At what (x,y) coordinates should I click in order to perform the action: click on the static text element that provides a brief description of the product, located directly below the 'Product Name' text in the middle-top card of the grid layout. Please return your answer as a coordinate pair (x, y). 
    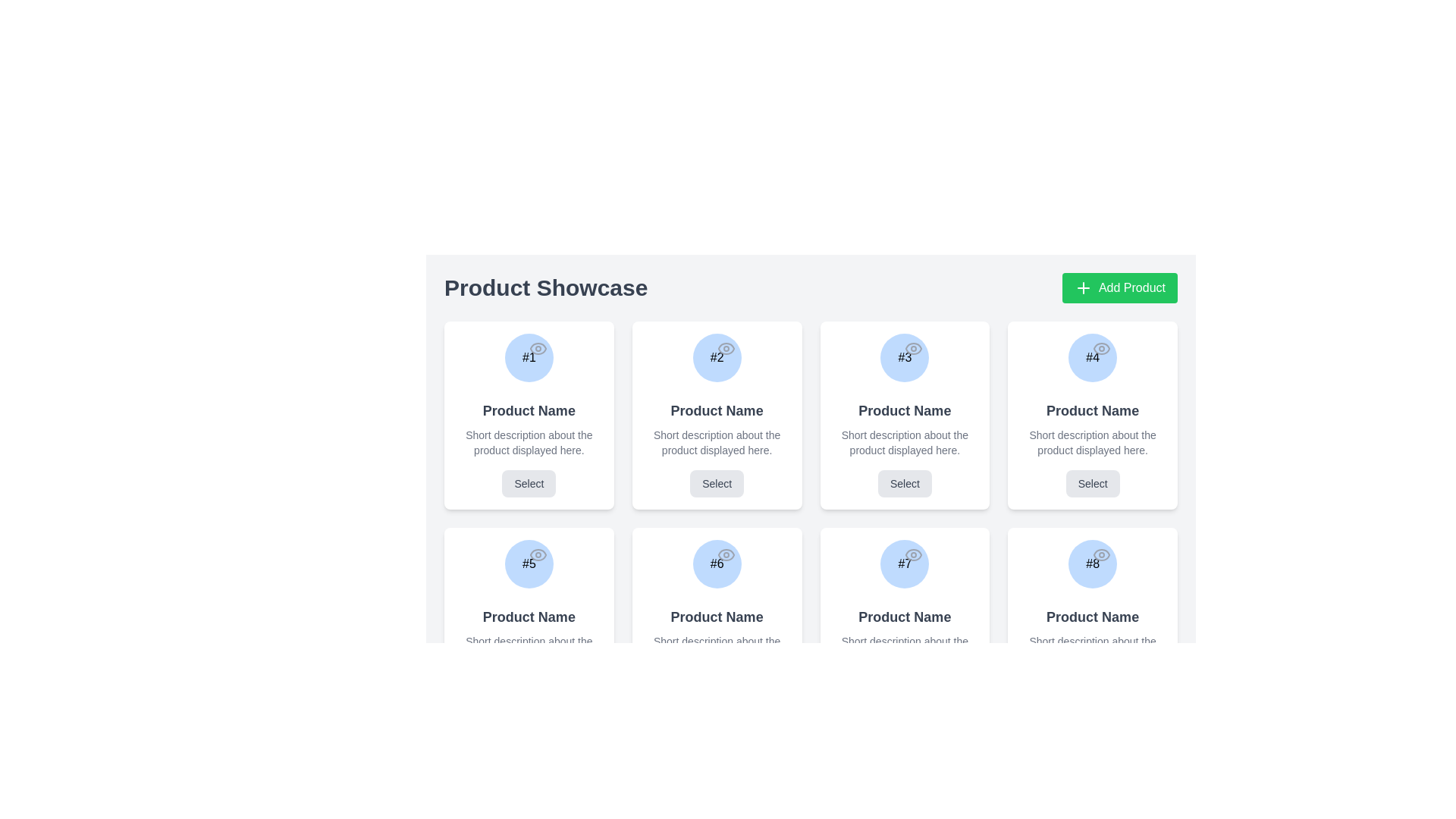
    Looking at the image, I should click on (716, 442).